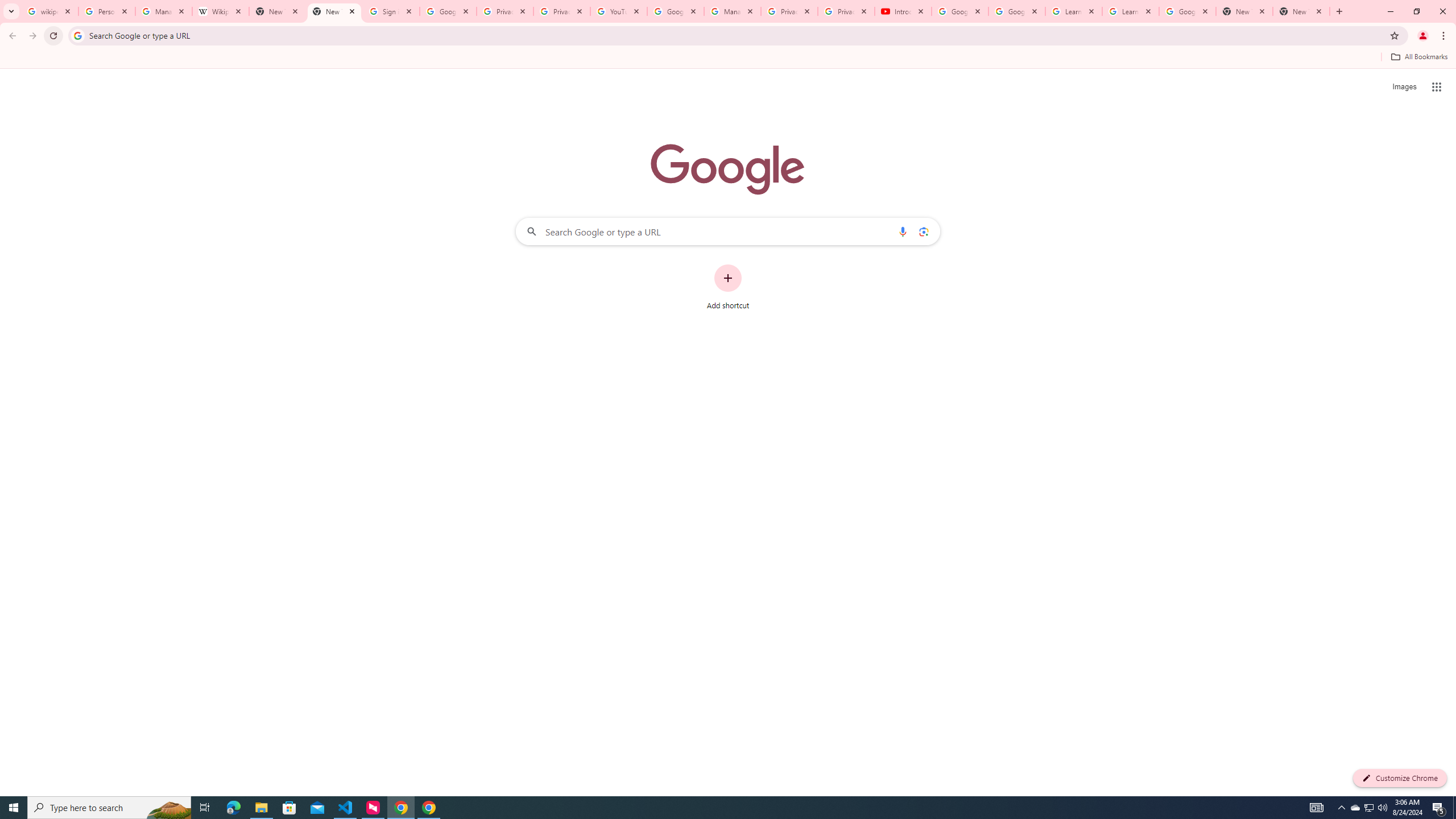 The height and width of the screenshot is (819, 1456). Describe the element at coordinates (1400, 777) in the screenshot. I see `'Customize Chrome'` at that location.